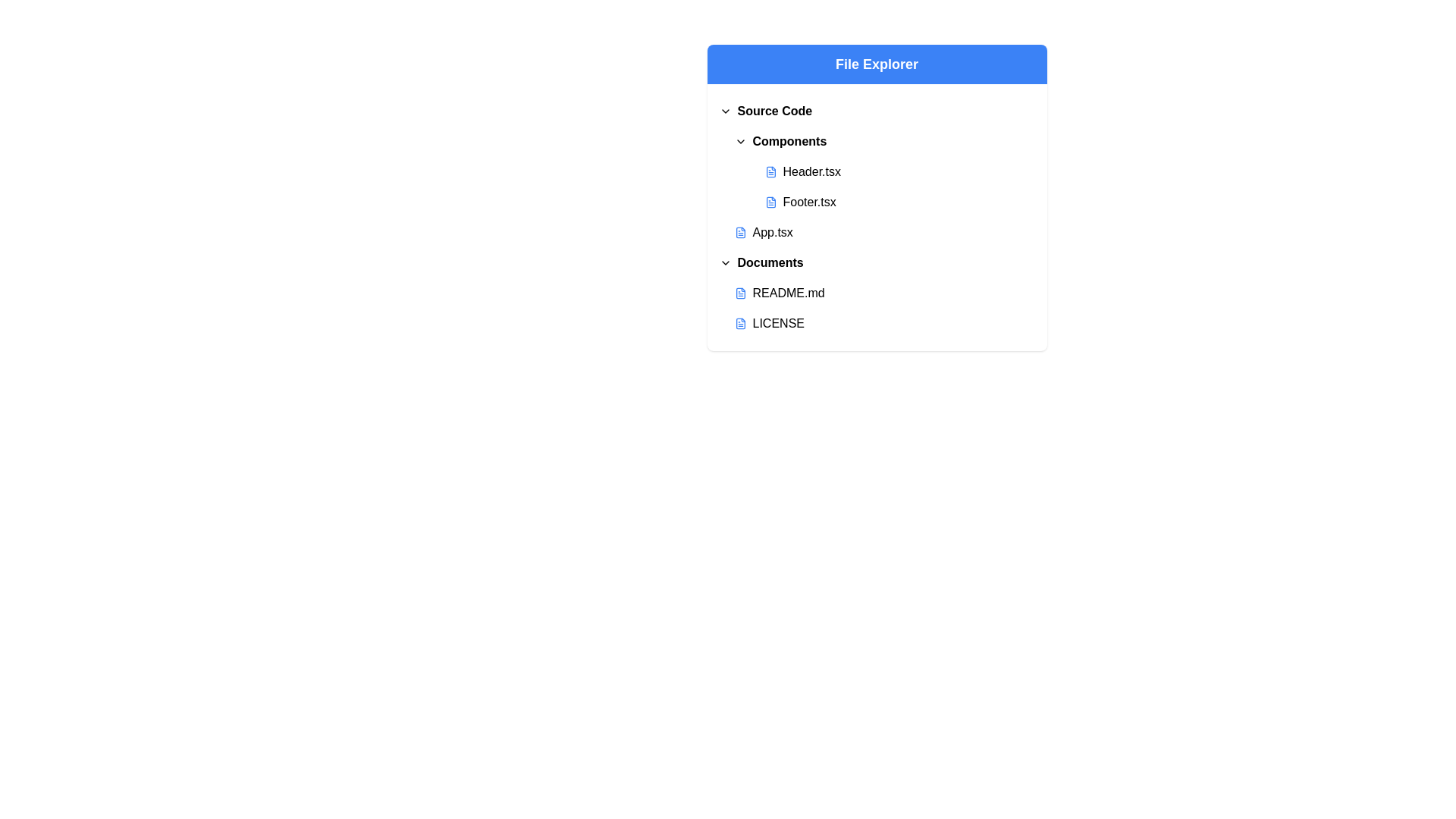  I want to click on the downward-facing chevron icon in the 'Source Code' section, so click(724, 110).